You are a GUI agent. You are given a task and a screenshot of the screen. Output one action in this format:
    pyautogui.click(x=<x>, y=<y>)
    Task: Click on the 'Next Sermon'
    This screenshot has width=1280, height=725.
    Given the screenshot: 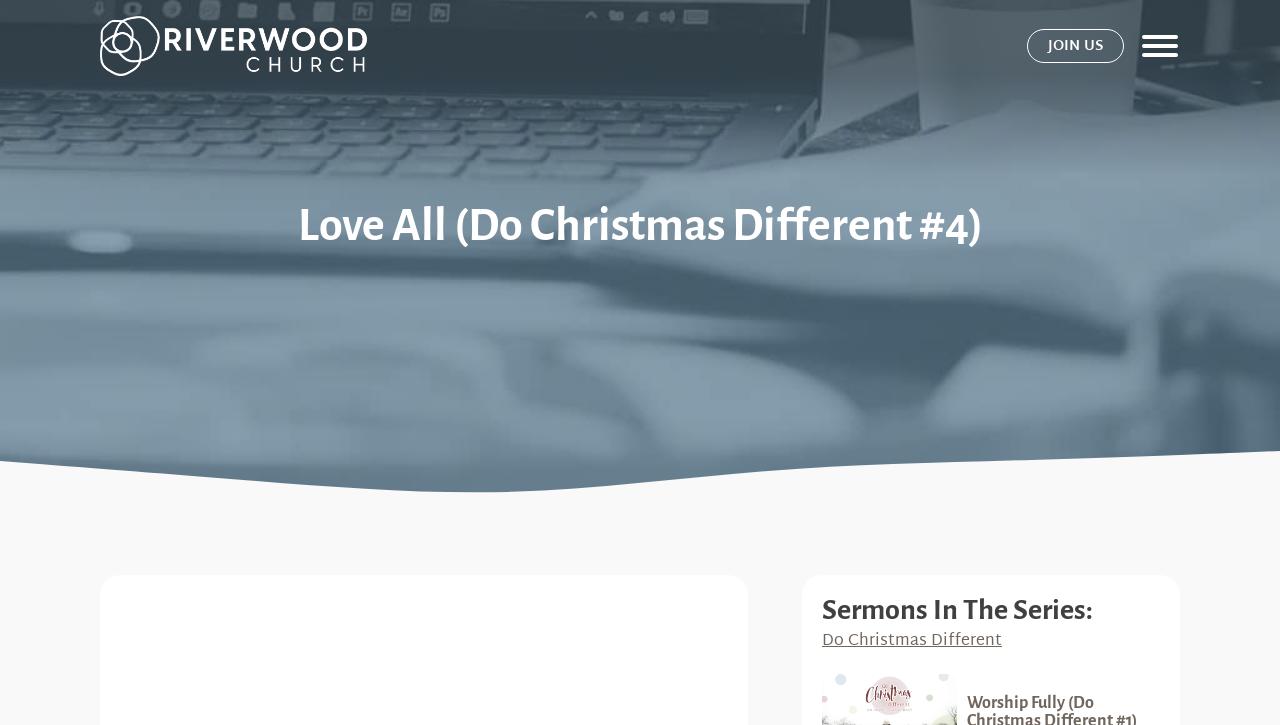 What is the action you would take?
    pyautogui.click(x=952, y=121)
    